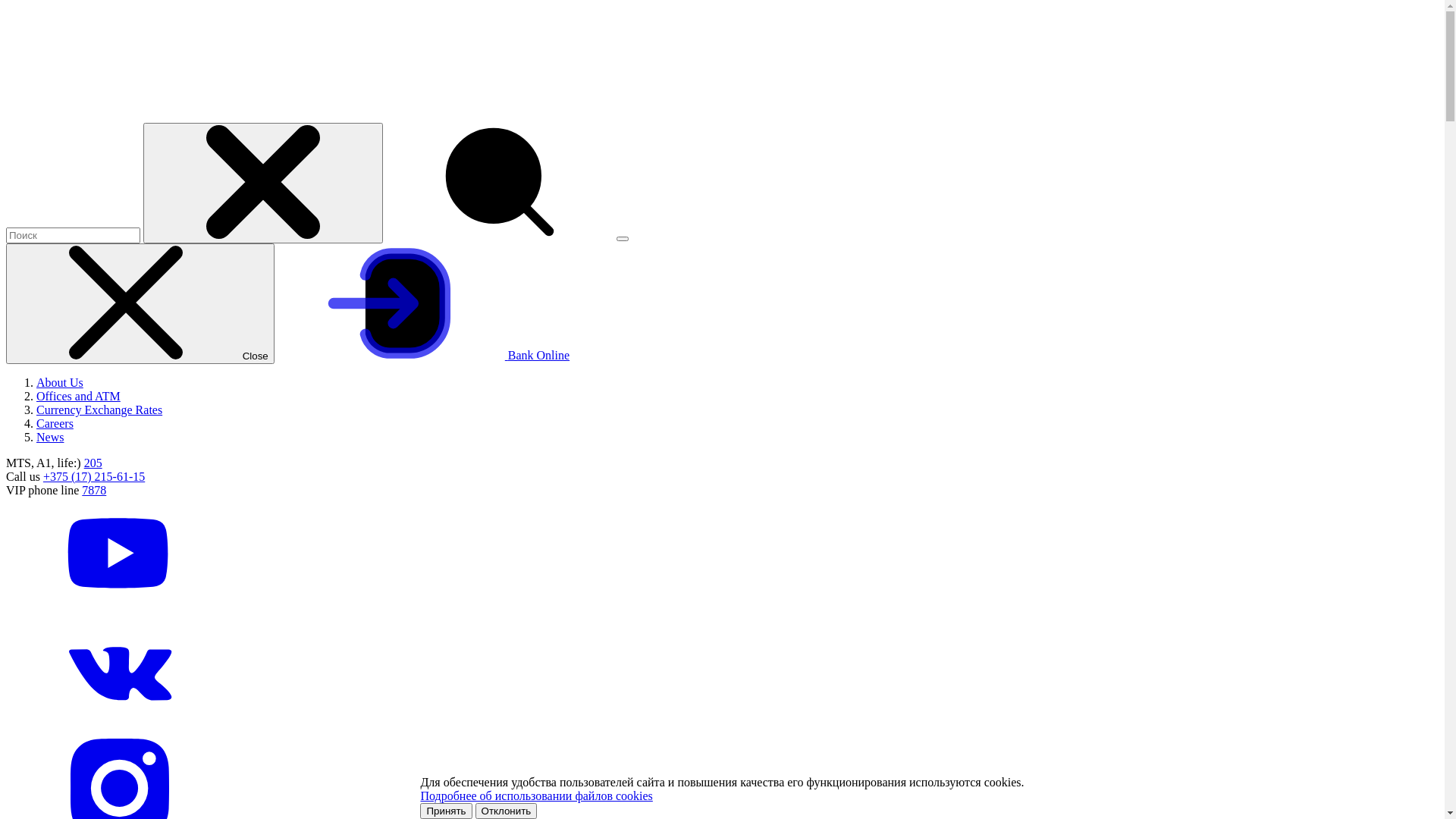  What do you see at coordinates (77, 395) in the screenshot?
I see `'Offices and ATM'` at bounding box center [77, 395].